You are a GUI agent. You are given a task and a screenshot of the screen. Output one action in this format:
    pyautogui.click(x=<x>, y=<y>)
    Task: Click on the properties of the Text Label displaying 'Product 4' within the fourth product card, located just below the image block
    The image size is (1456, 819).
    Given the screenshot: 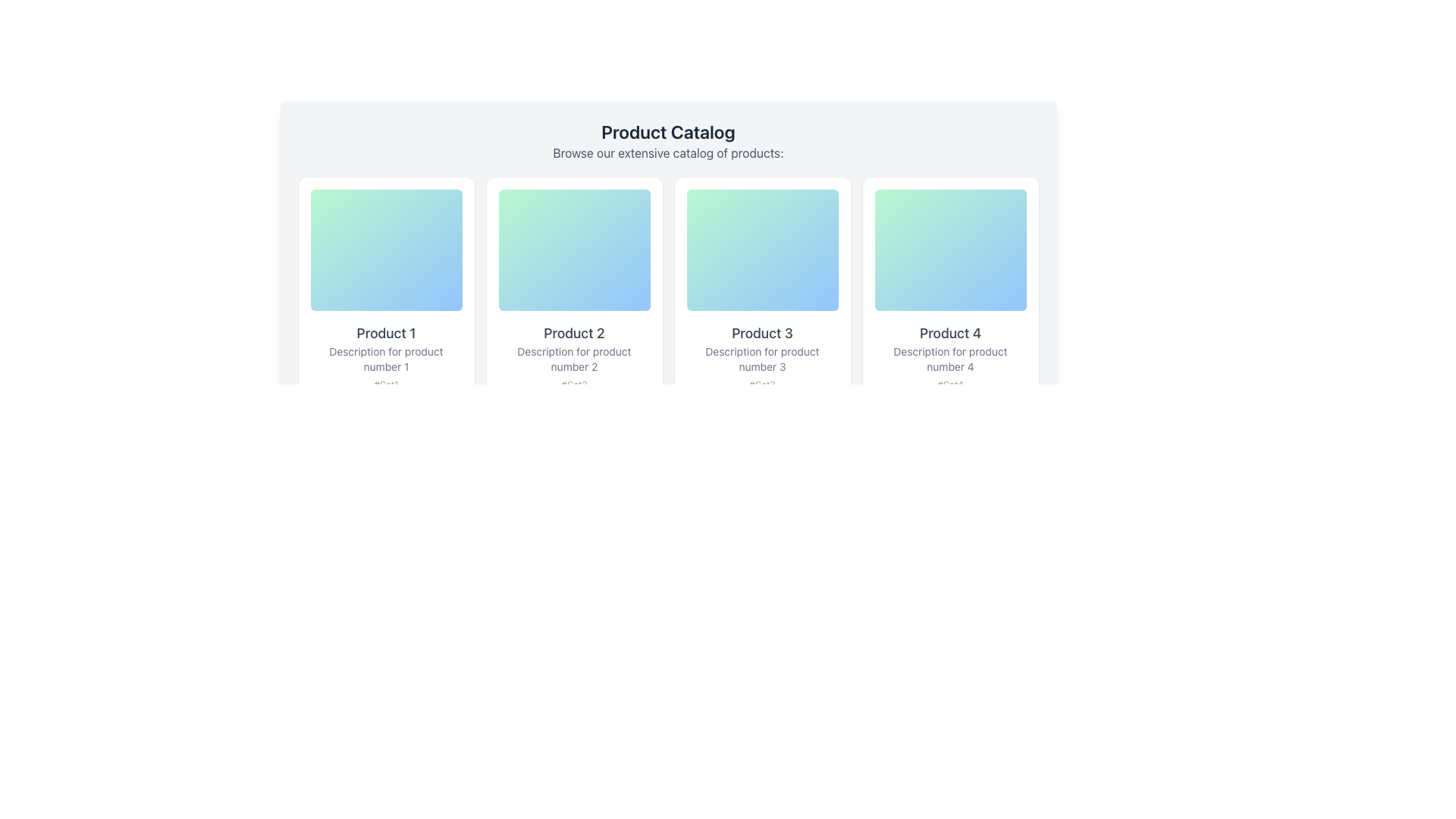 What is the action you would take?
    pyautogui.click(x=949, y=332)
    